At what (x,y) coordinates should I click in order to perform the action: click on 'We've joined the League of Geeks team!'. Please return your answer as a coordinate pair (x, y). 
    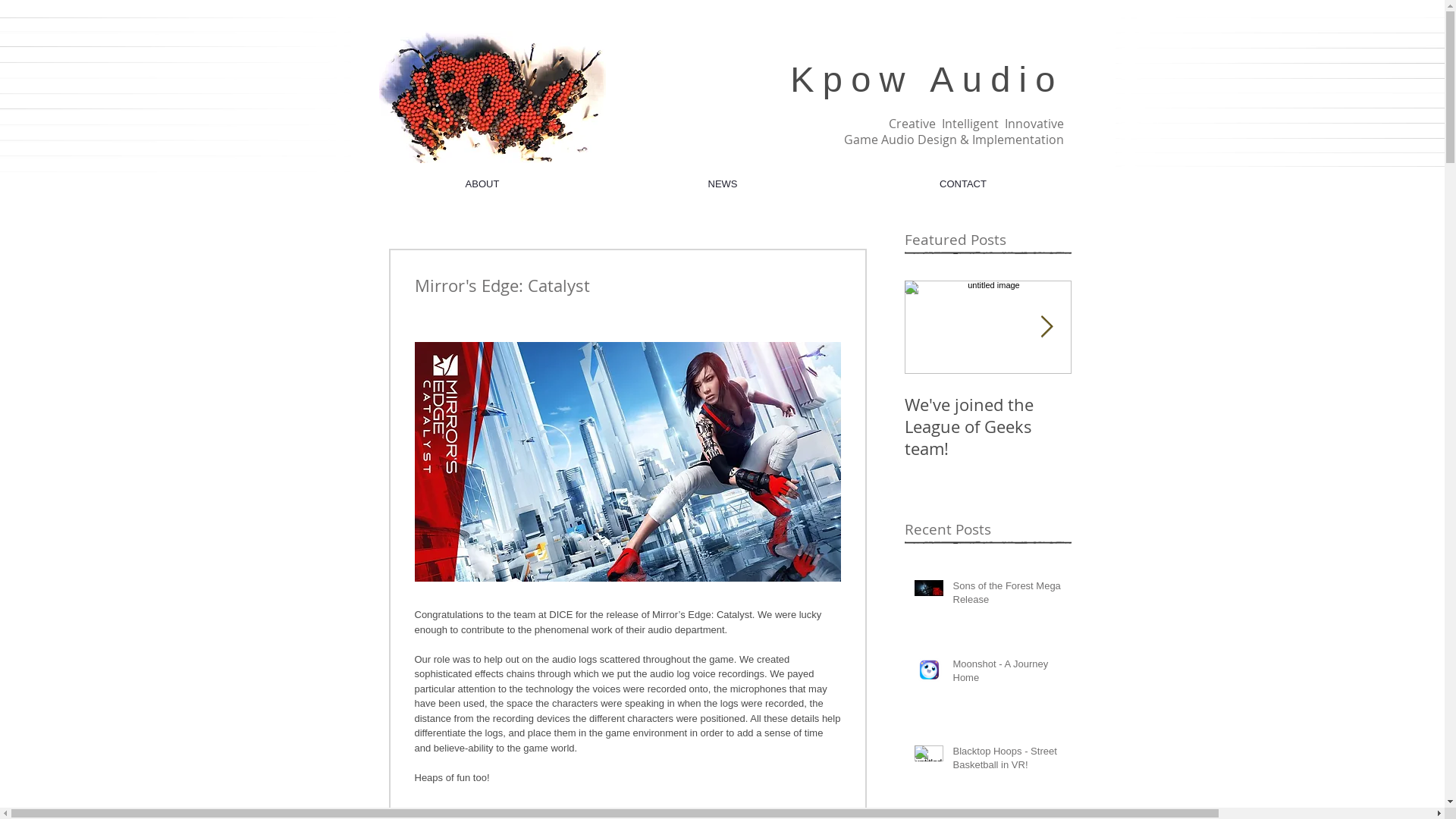
    Looking at the image, I should click on (987, 426).